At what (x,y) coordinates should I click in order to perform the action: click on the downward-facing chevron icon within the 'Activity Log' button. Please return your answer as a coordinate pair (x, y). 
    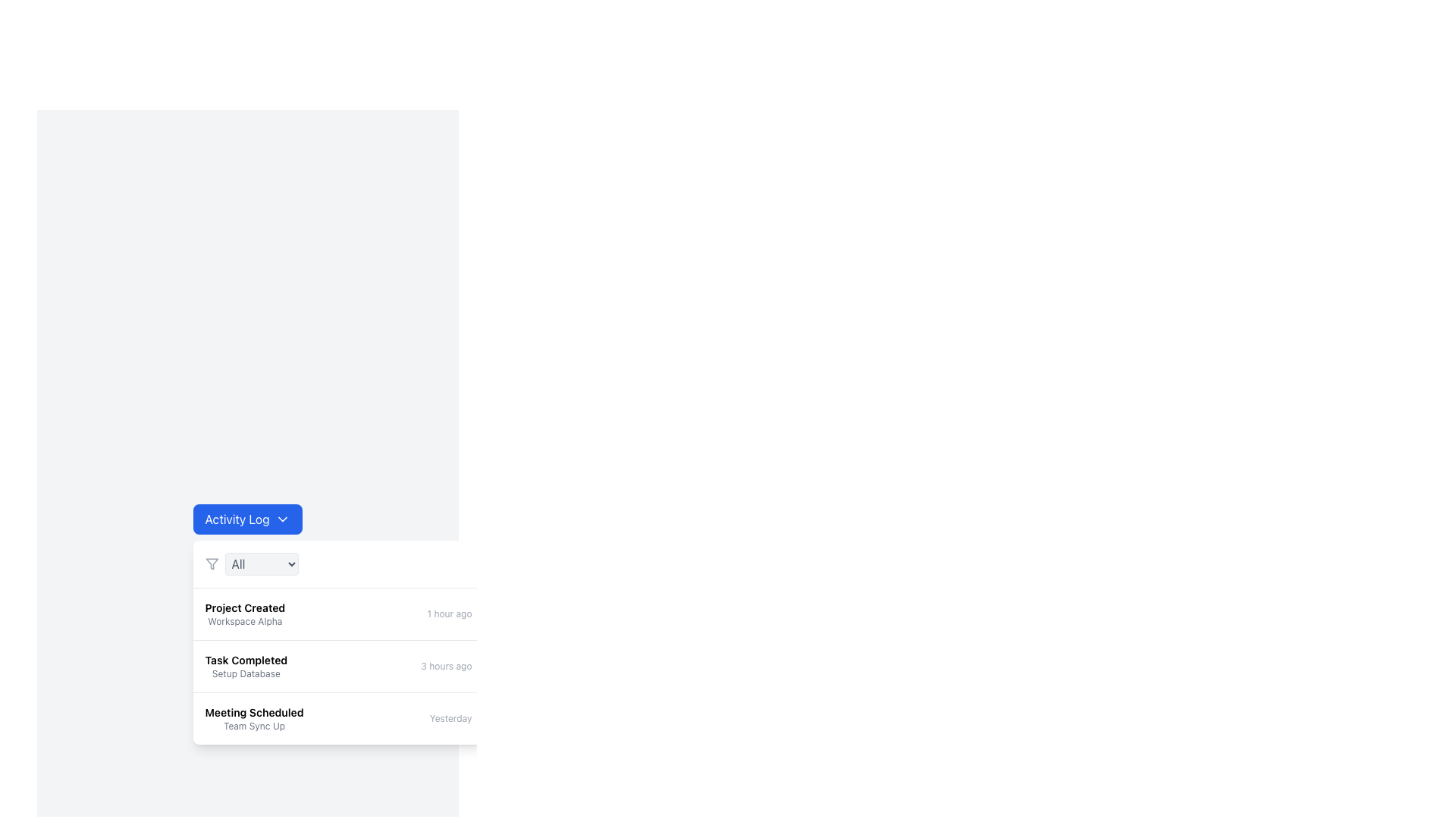
    Looking at the image, I should click on (283, 519).